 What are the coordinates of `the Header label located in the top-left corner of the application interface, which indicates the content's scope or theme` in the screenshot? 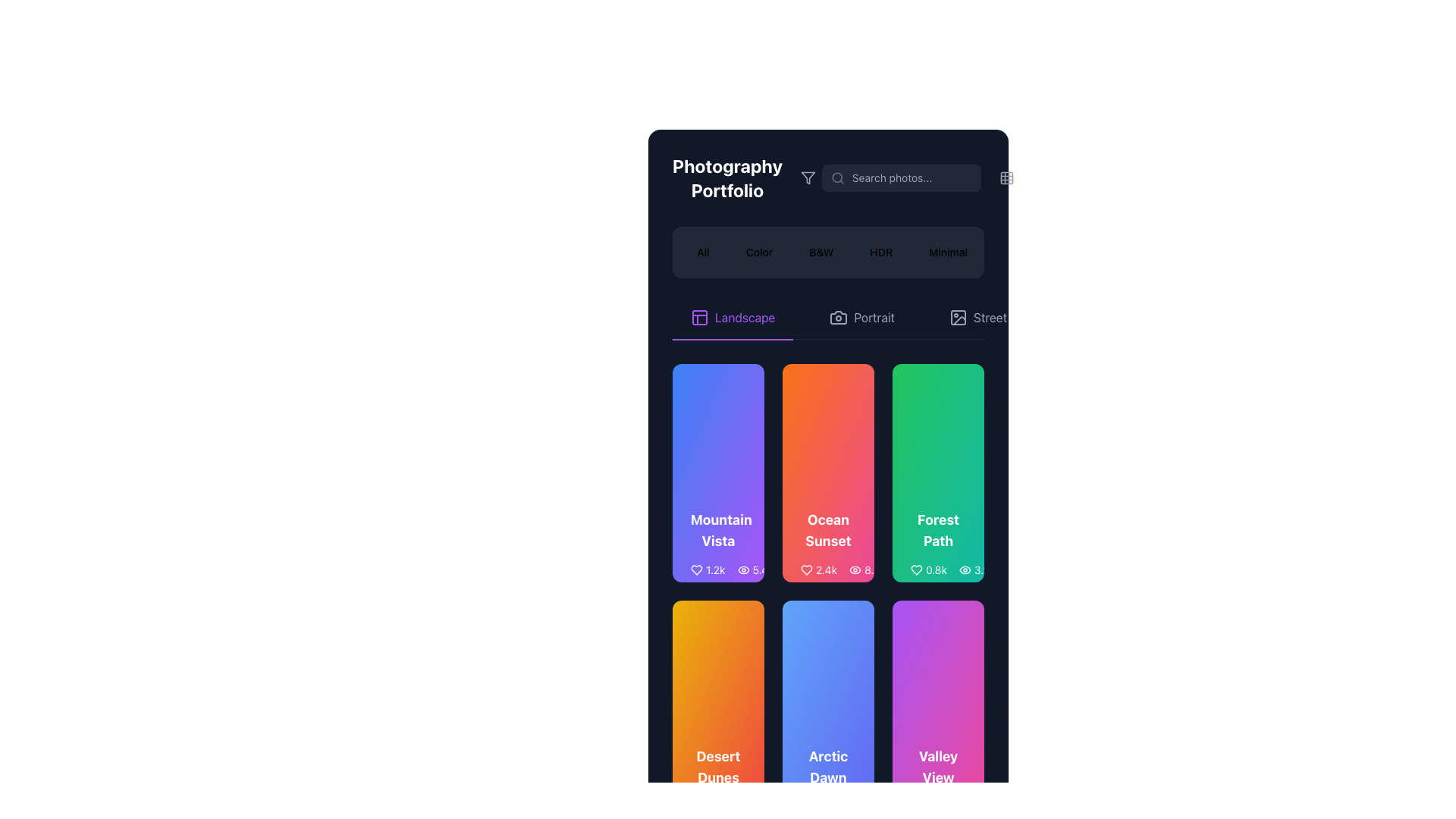 It's located at (747, 177).